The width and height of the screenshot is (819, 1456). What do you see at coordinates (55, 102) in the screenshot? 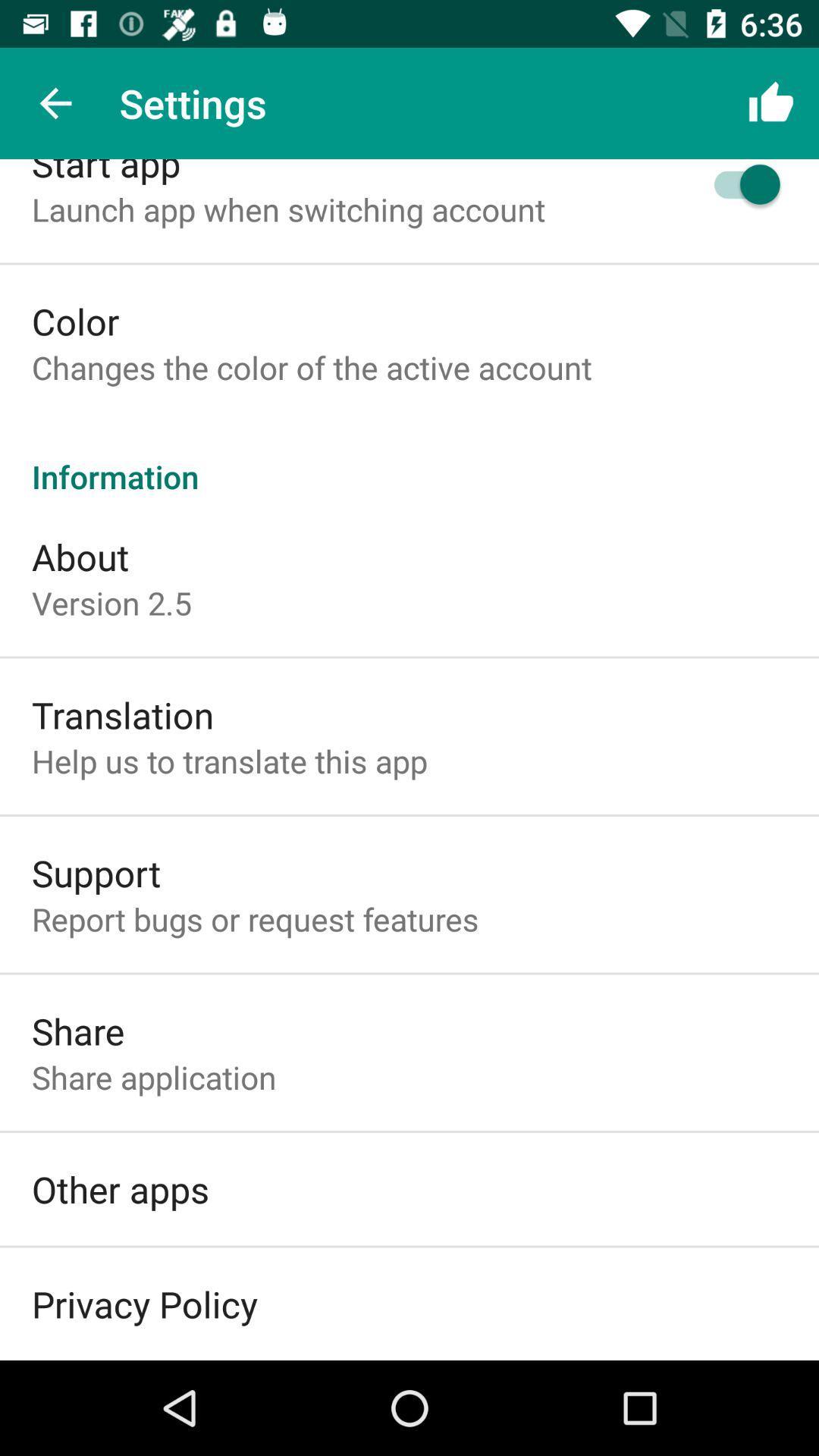
I see `icon next to settings icon` at bounding box center [55, 102].